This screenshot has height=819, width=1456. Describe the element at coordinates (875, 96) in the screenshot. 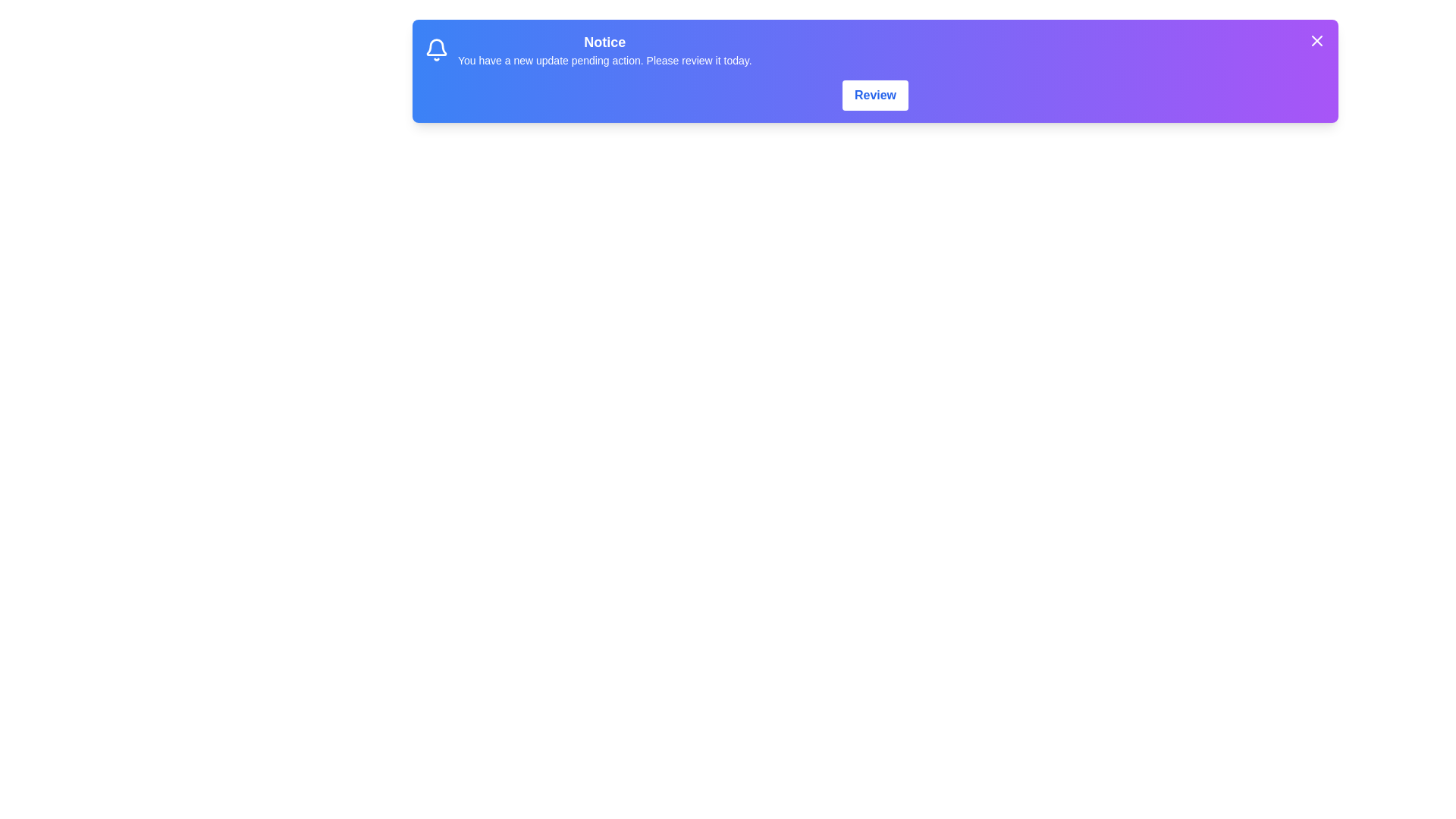

I see `the button on the notification banner that prompts the user to review the new update pending action` at that location.